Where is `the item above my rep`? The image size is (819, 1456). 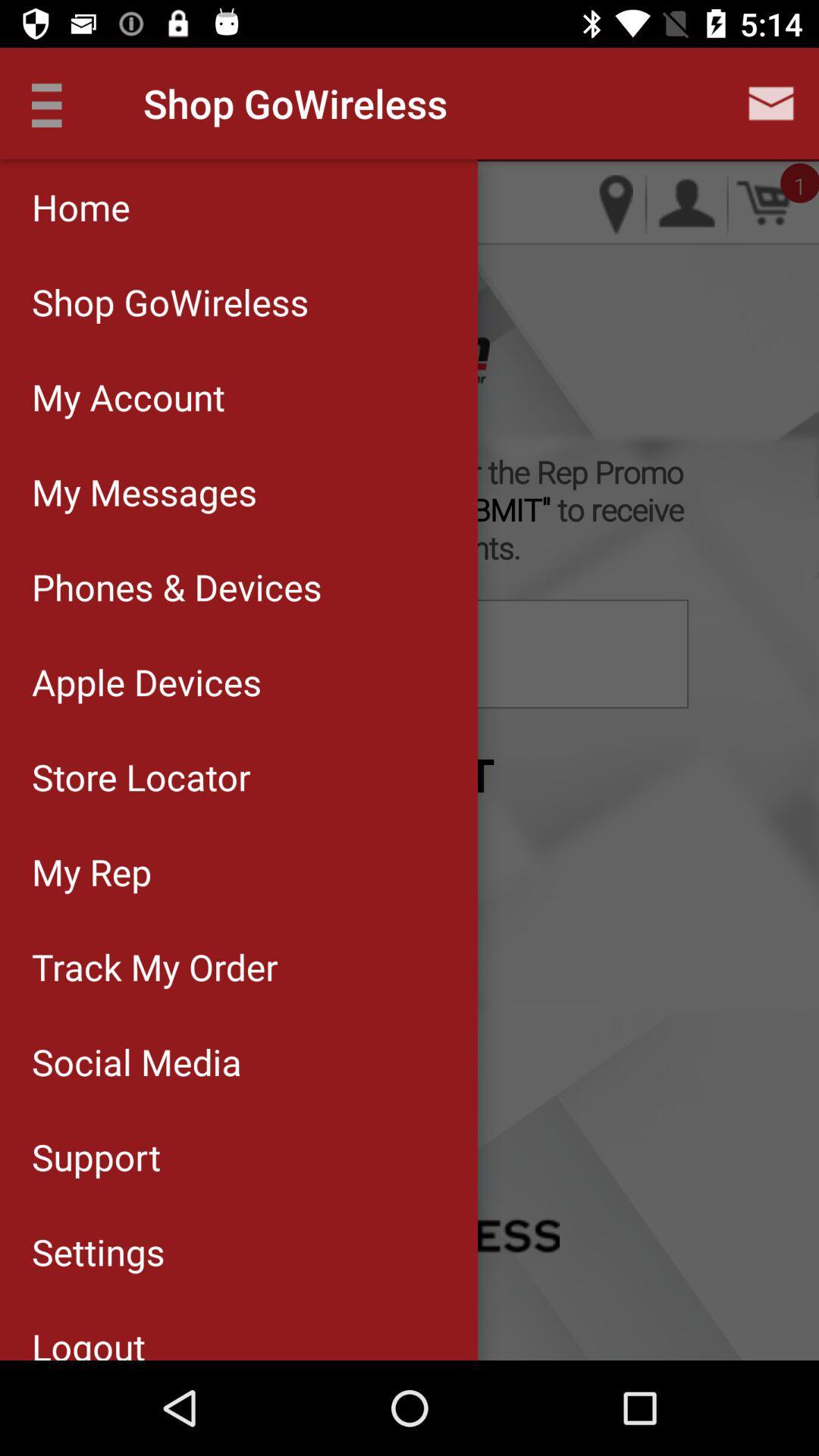 the item above my rep is located at coordinates (239, 777).